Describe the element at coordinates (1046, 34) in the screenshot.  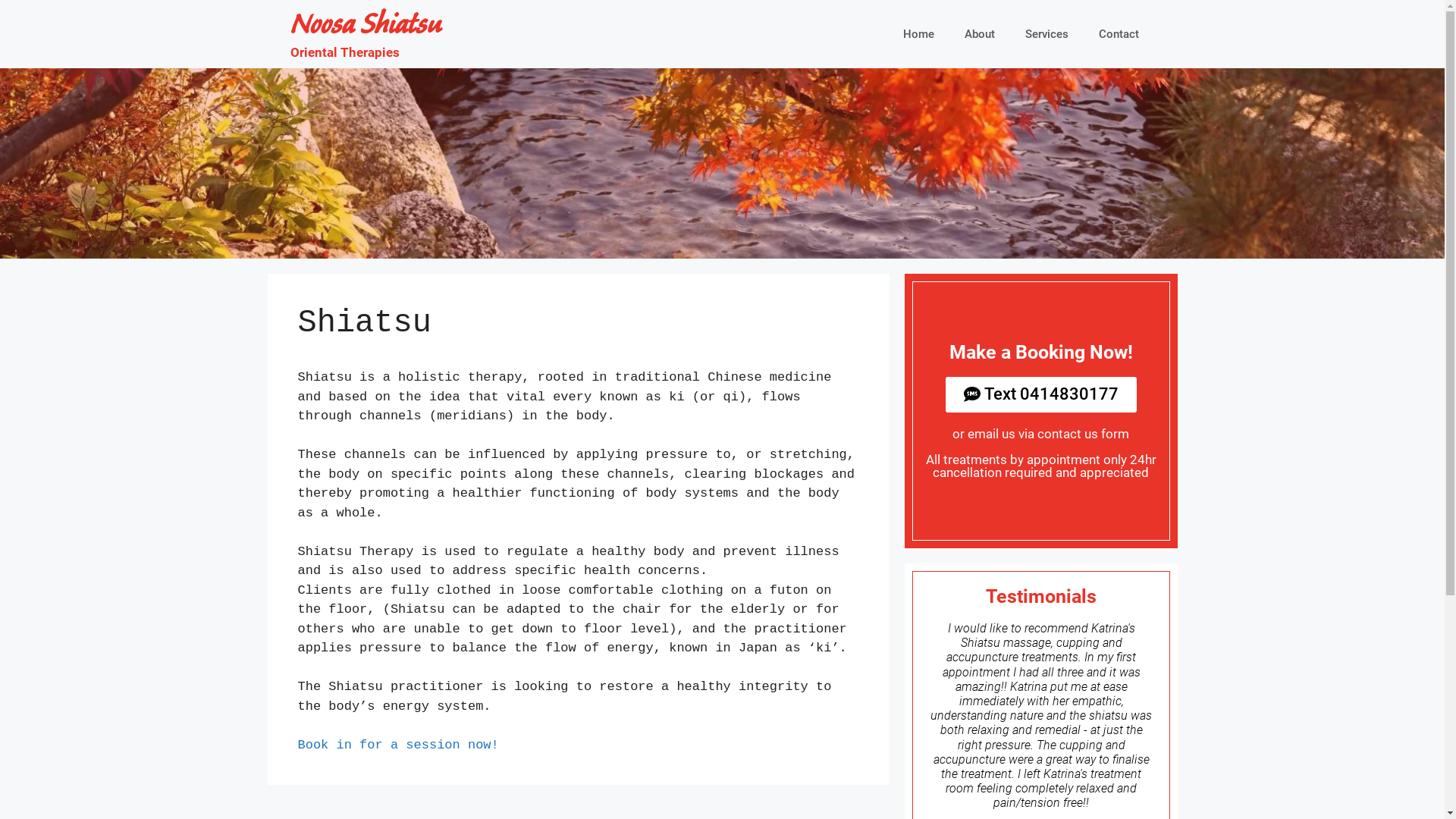
I see `'Services'` at that location.